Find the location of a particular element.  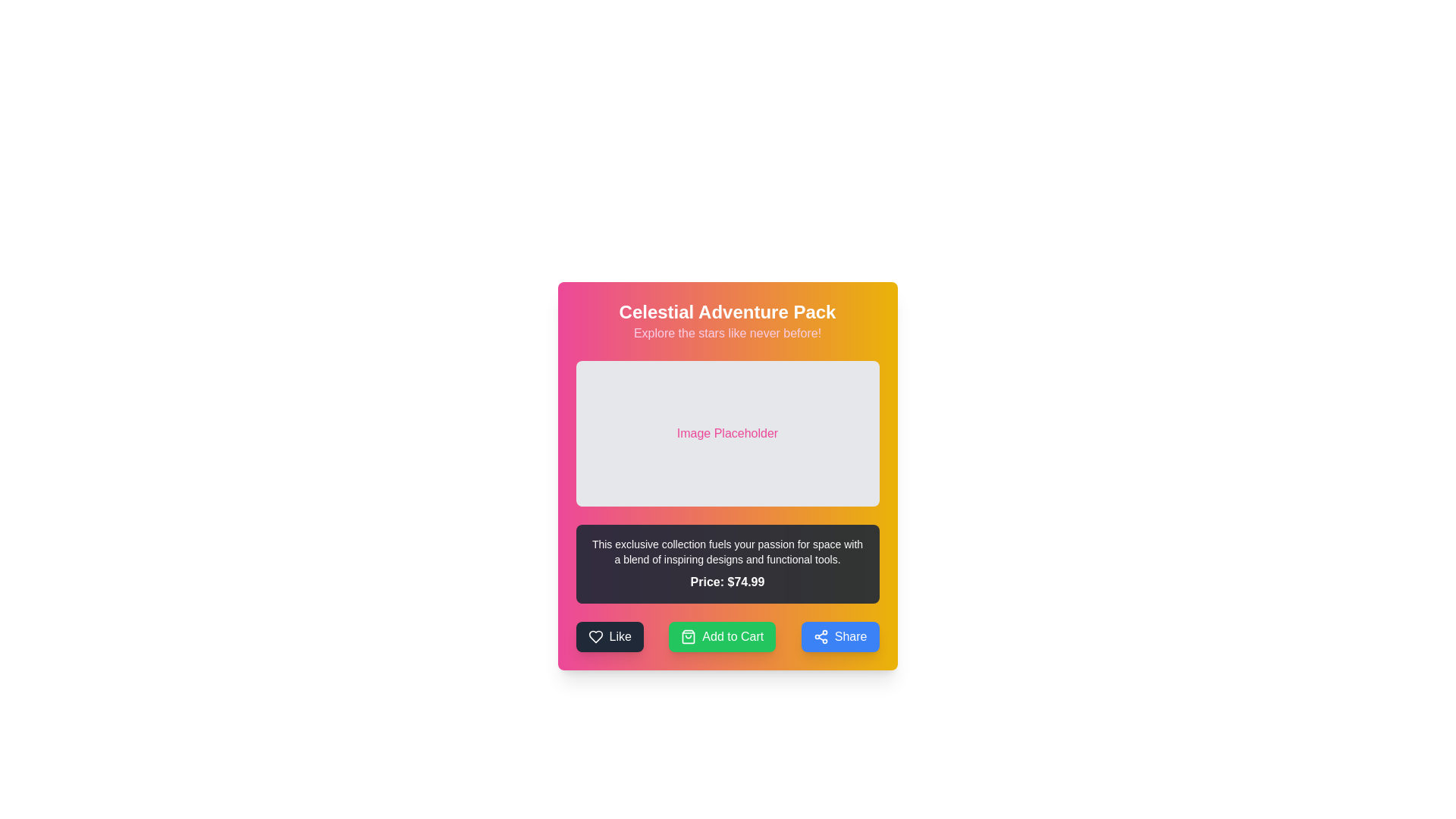

the shopping bag icon within the 'Add to Cart' button is located at coordinates (688, 637).